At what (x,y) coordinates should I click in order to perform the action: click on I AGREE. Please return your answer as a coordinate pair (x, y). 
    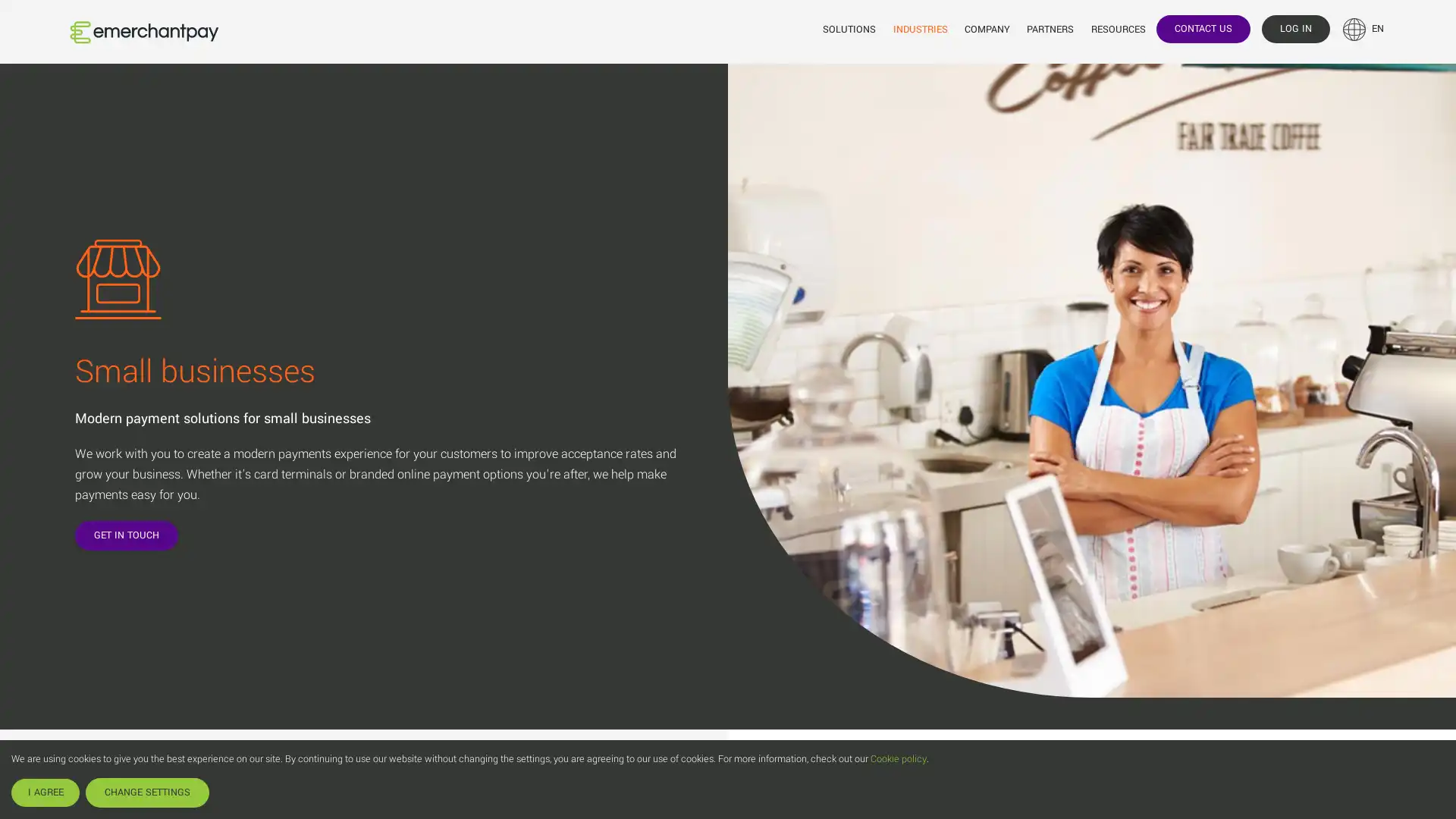
    Looking at the image, I should click on (45, 792).